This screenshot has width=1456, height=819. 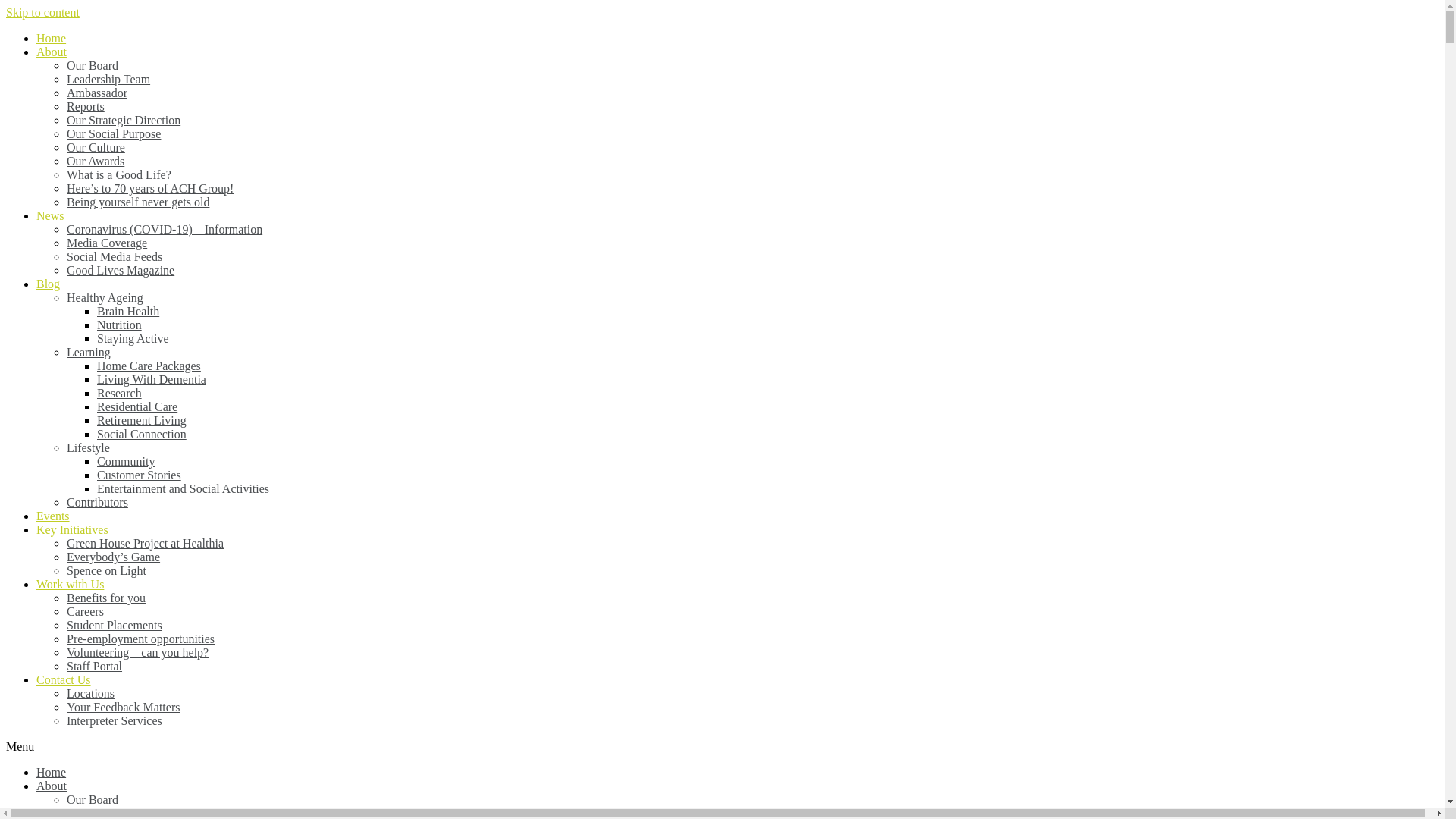 What do you see at coordinates (87, 352) in the screenshot?
I see `'Learning'` at bounding box center [87, 352].